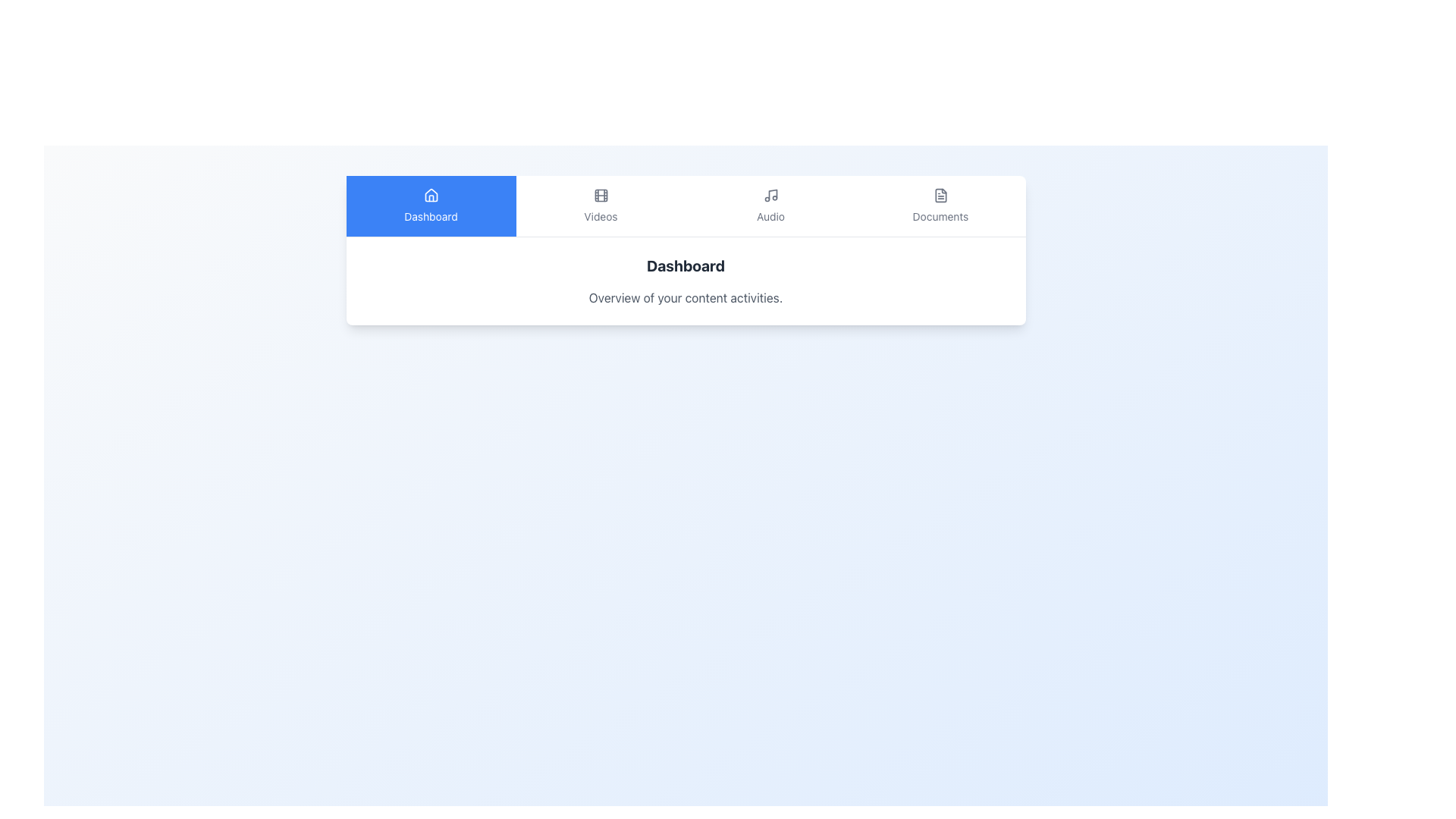  I want to click on the 'Audio' label, which is a small gray text located below a musical note icon in the top center horizontal menu, so click(770, 216).